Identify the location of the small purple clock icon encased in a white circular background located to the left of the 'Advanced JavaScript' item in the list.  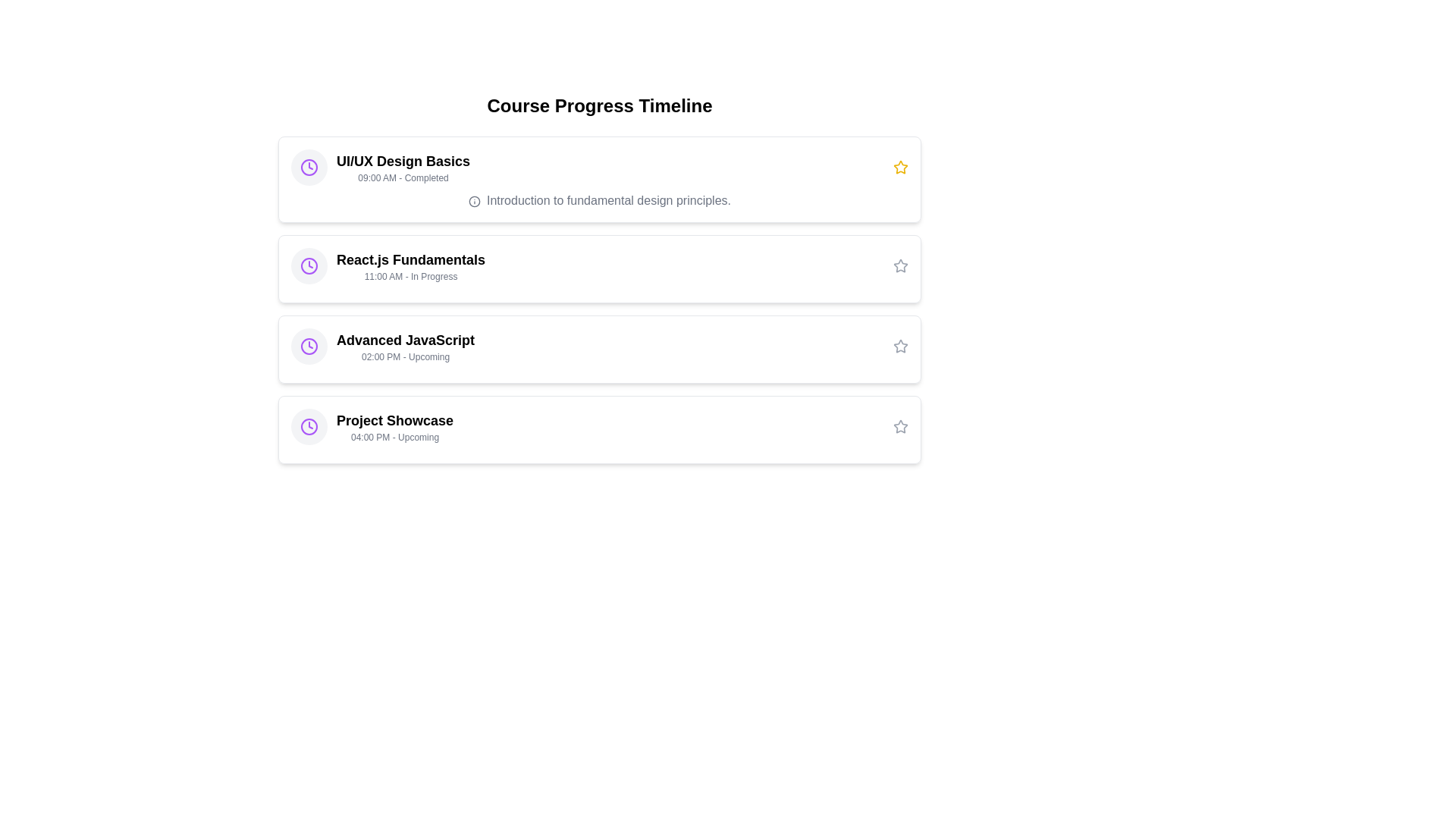
(309, 346).